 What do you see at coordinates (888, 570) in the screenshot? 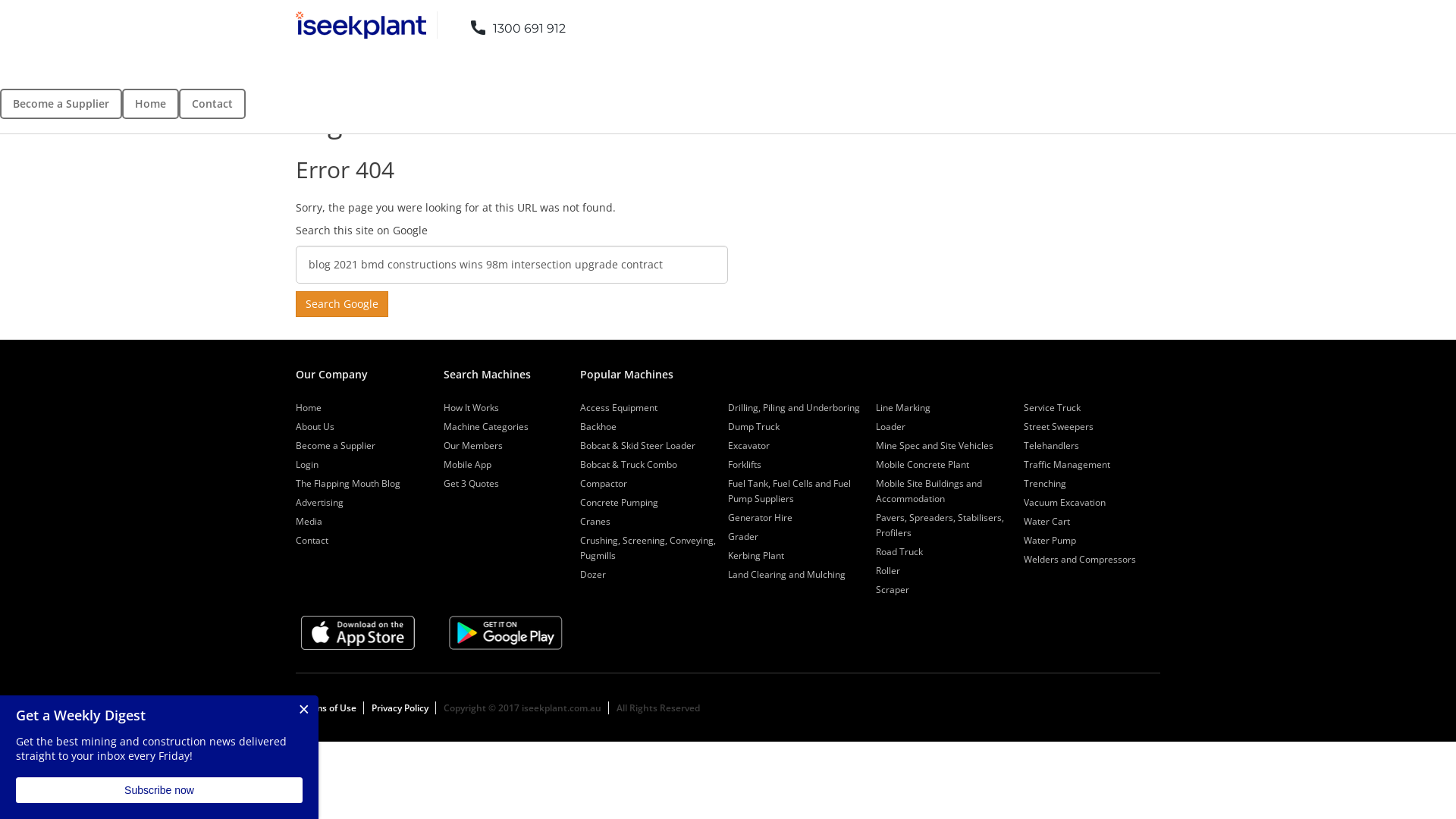
I see `'Roller'` at bounding box center [888, 570].